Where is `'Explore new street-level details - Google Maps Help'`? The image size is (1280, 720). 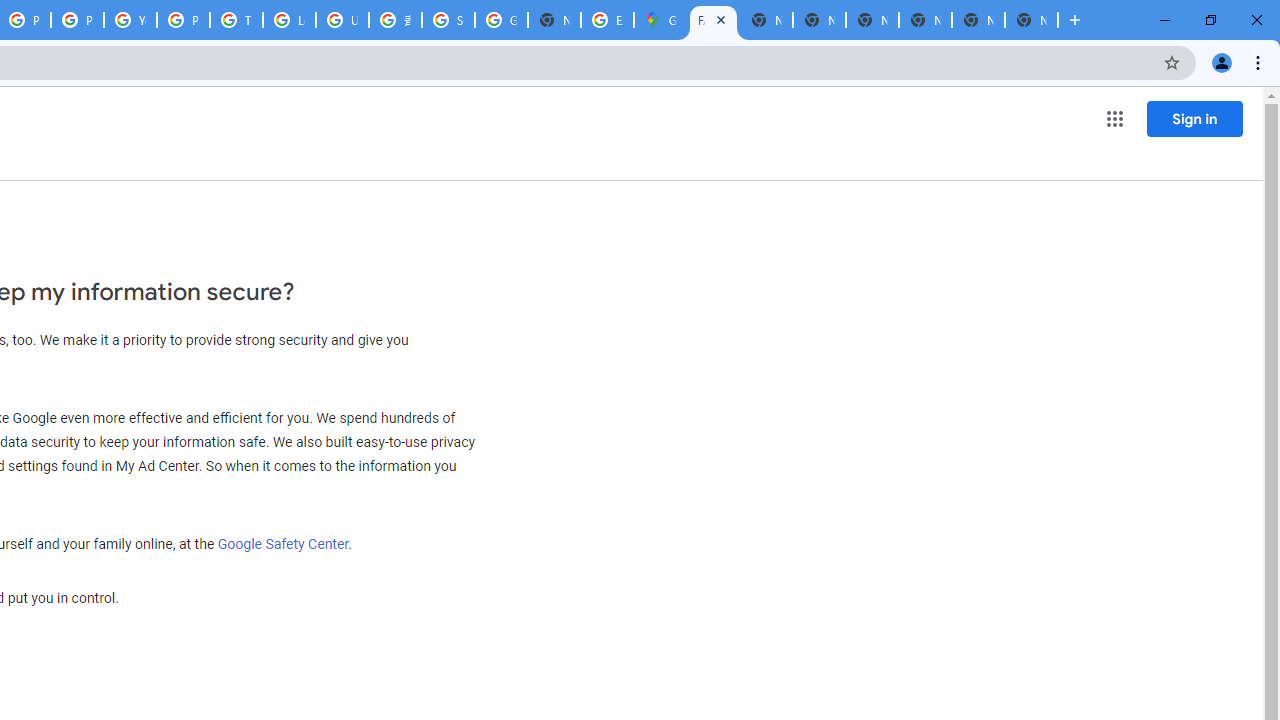
'Explore new street-level details - Google Maps Help' is located at coordinates (606, 20).